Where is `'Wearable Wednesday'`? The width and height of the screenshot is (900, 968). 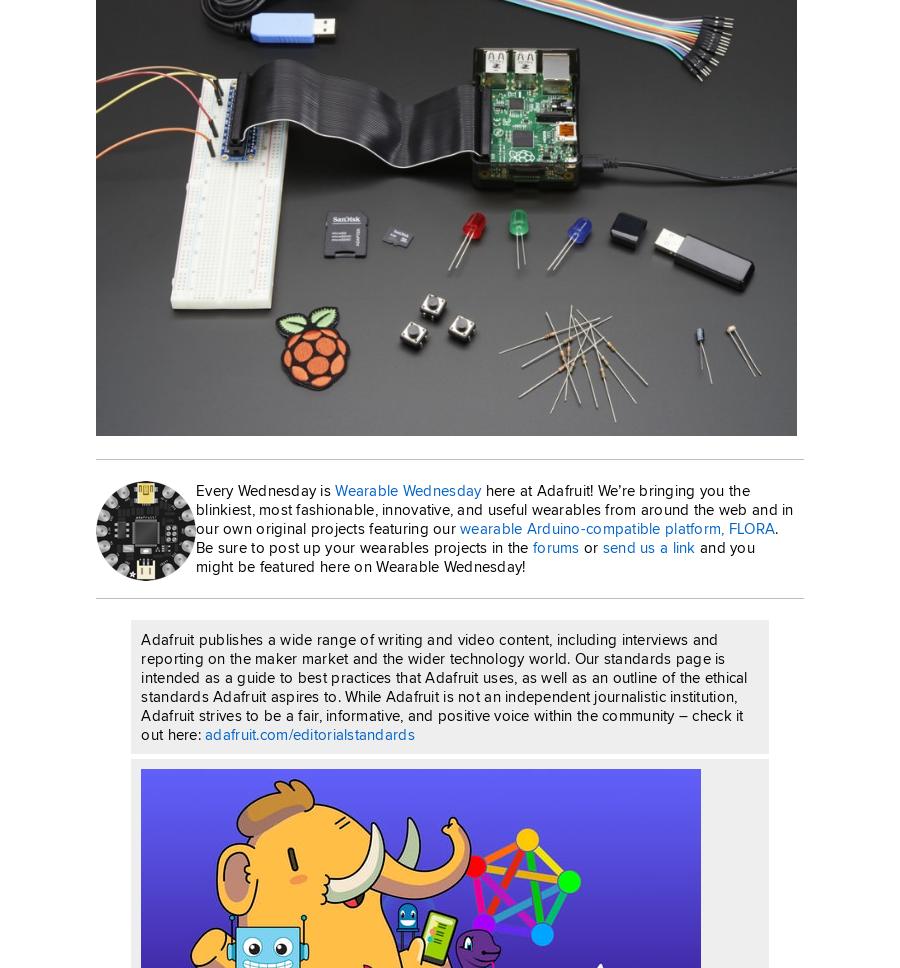 'Wearable Wednesday' is located at coordinates (407, 489).